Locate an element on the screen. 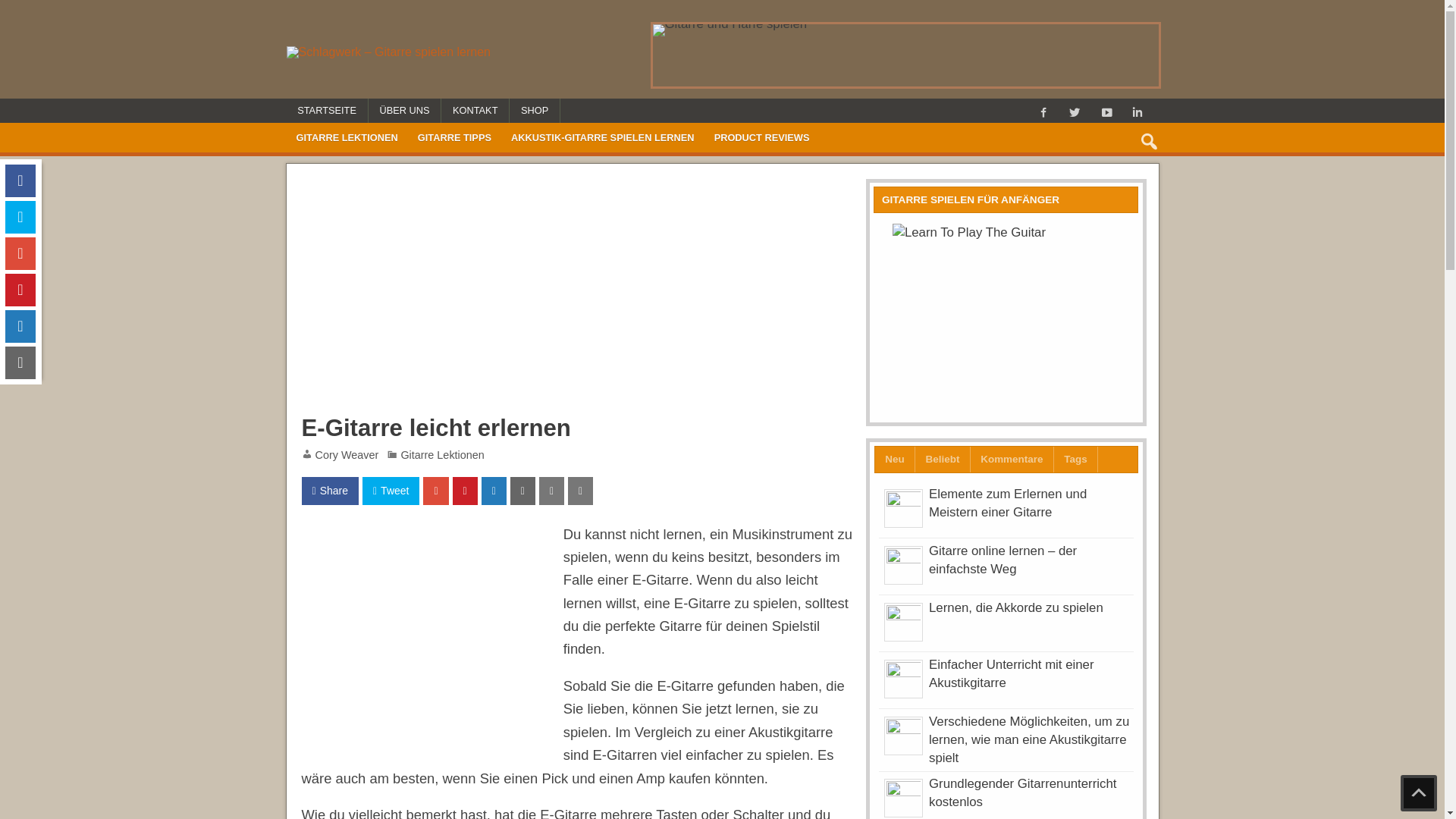 This screenshot has height=819, width=1456. 'AKKUSTIK-GITARRE SPIELEN LERNEN' is located at coordinates (602, 137).